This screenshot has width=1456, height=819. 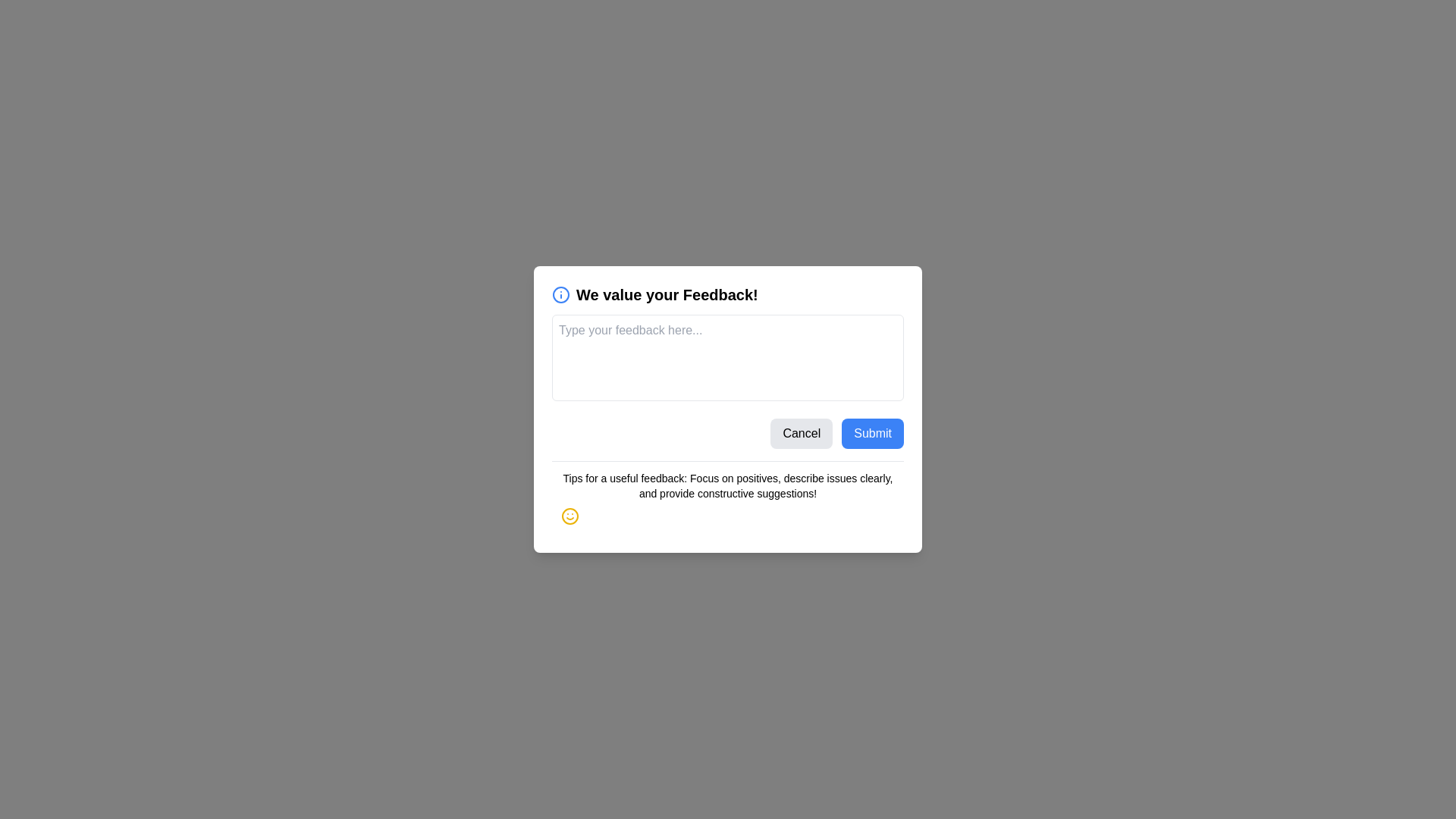 What do you see at coordinates (570, 516) in the screenshot?
I see `the smiling face icon below the tips` at bounding box center [570, 516].